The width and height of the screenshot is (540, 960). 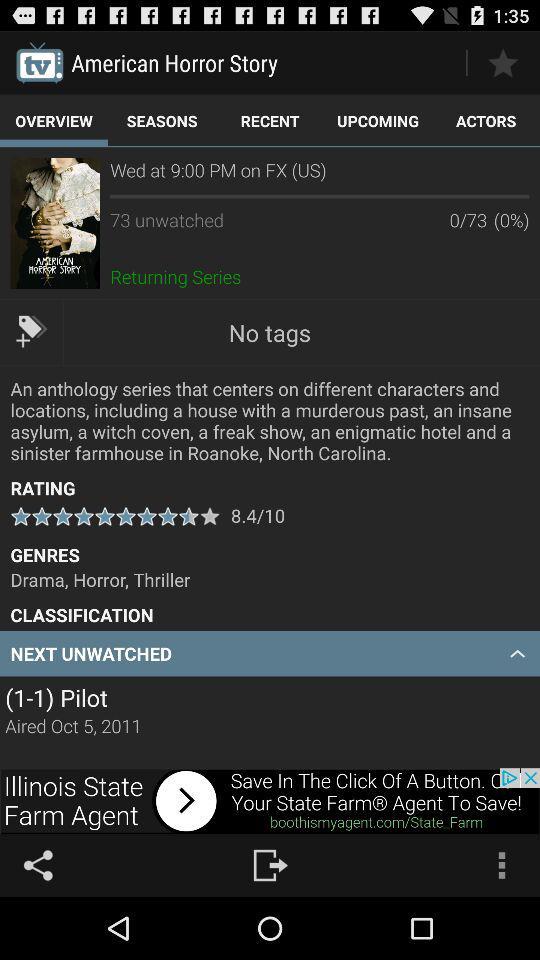 What do you see at coordinates (55, 223) in the screenshot?
I see `to view the show` at bounding box center [55, 223].